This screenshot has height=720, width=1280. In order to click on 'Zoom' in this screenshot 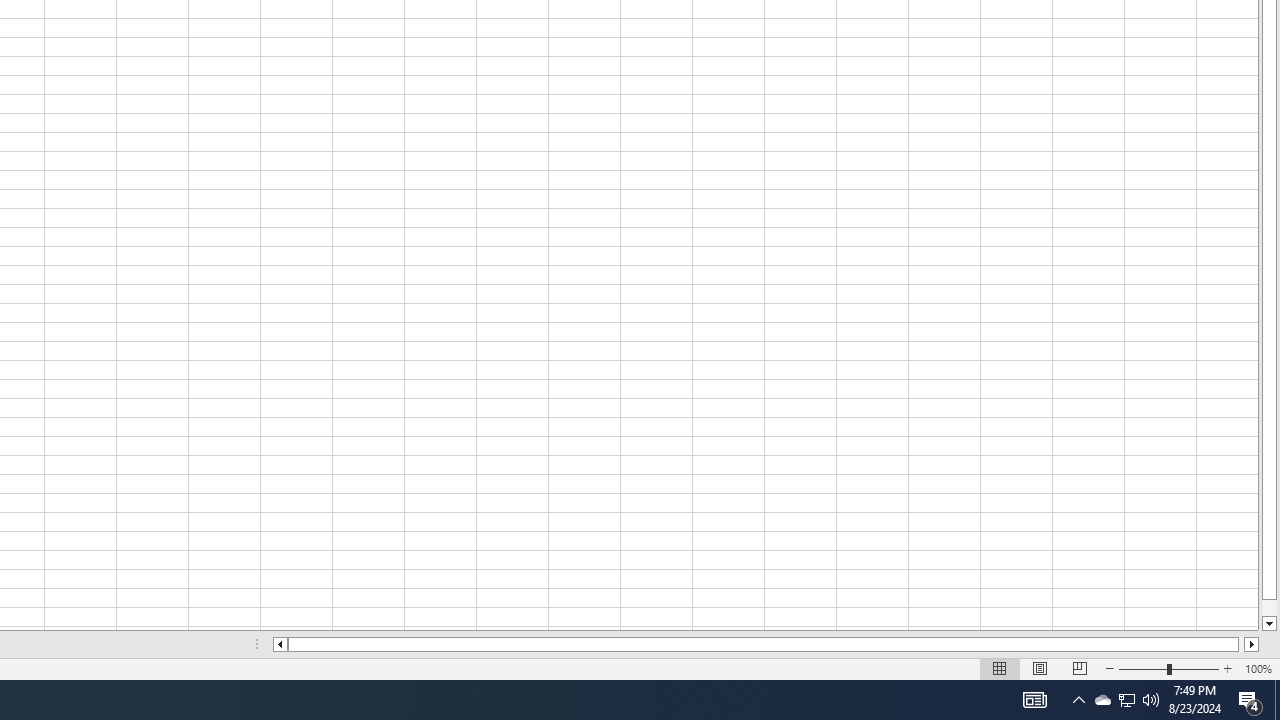, I will do `click(1168, 669)`.